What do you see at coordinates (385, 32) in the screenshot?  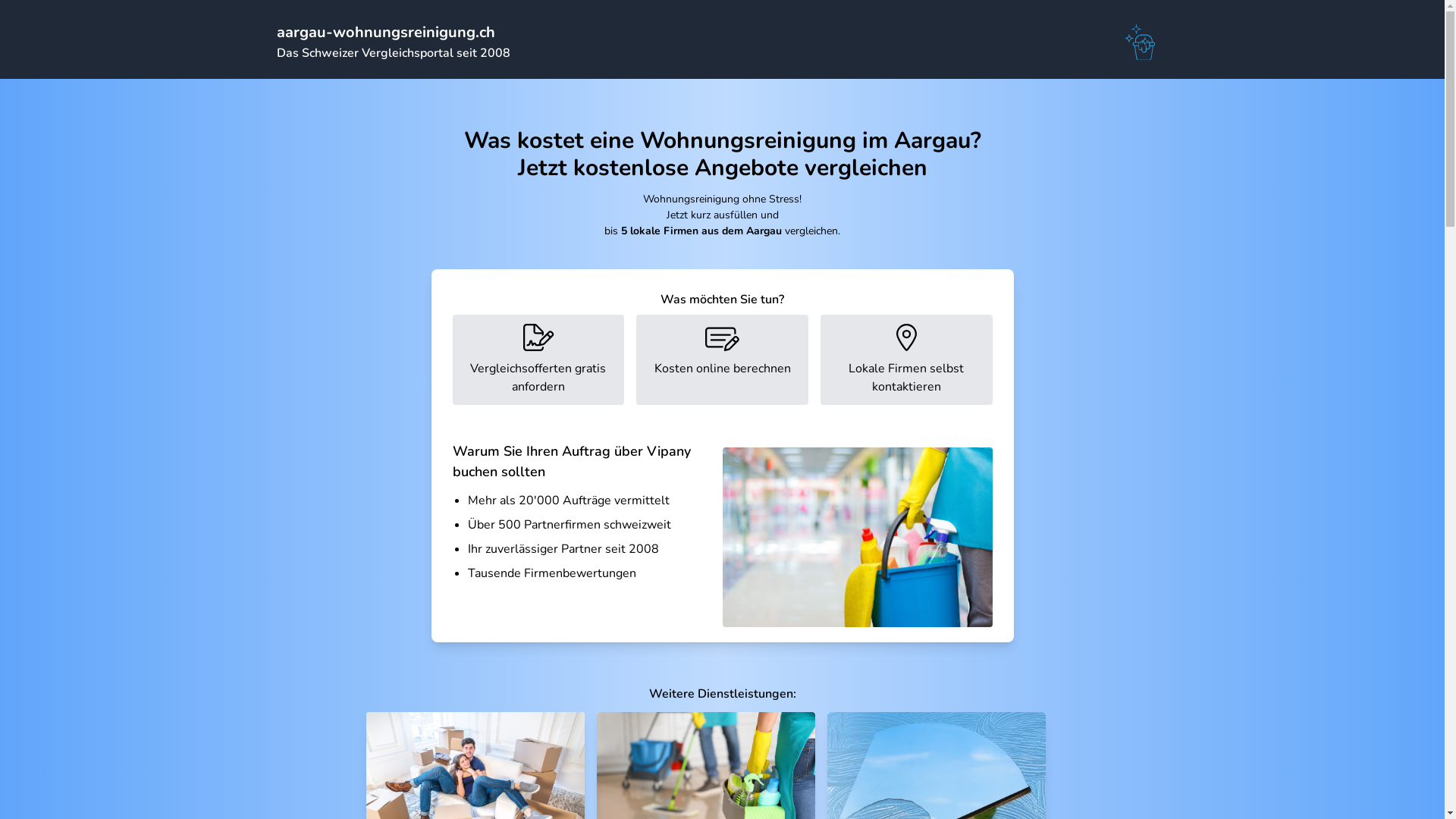 I see `'aargau-wohnungsreinigung.ch'` at bounding box center [385, 32].